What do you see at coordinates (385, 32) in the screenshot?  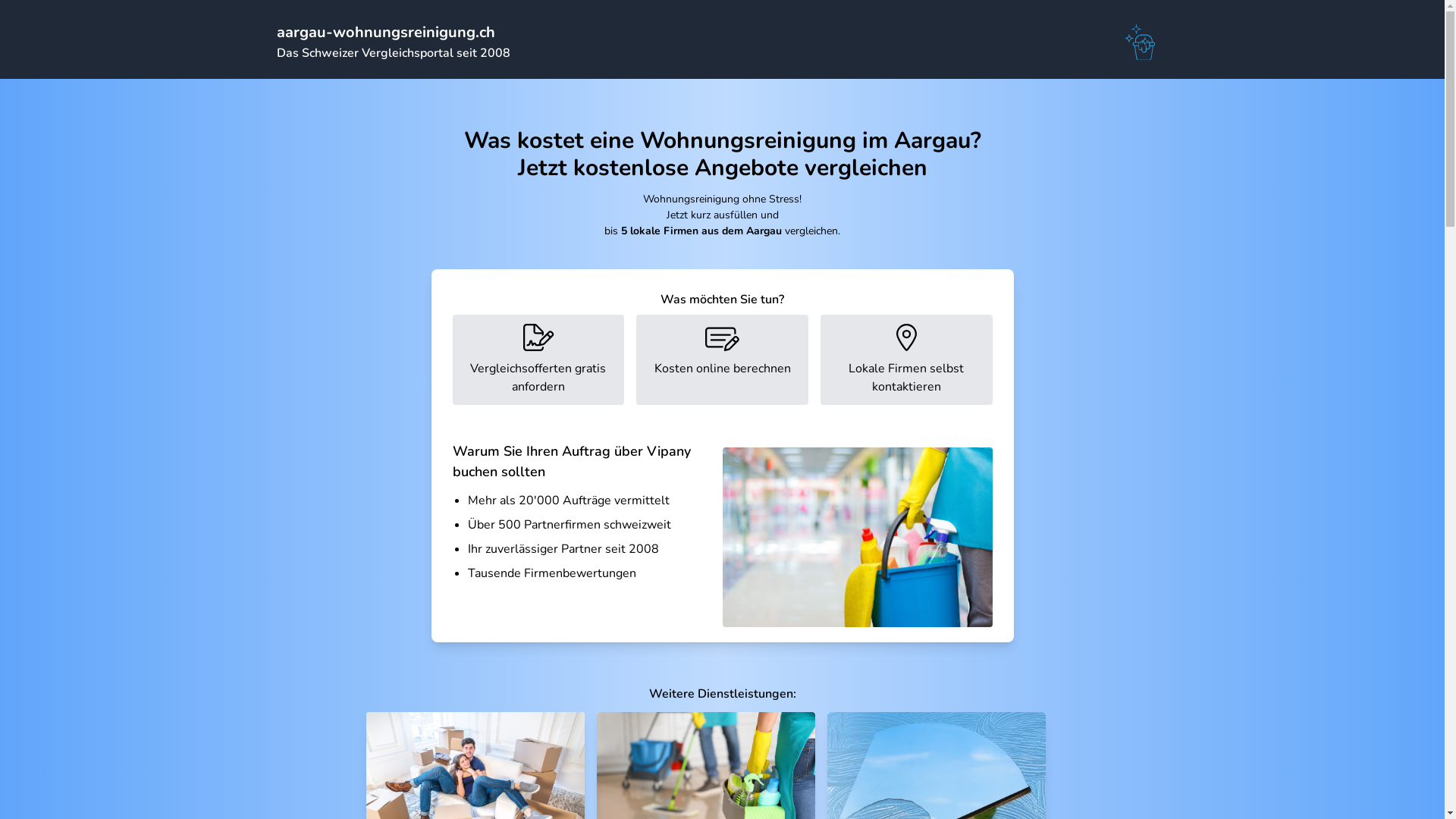 I see `'aargau-wohnungsreinigung.ch'` at bounding box center [385, 32].